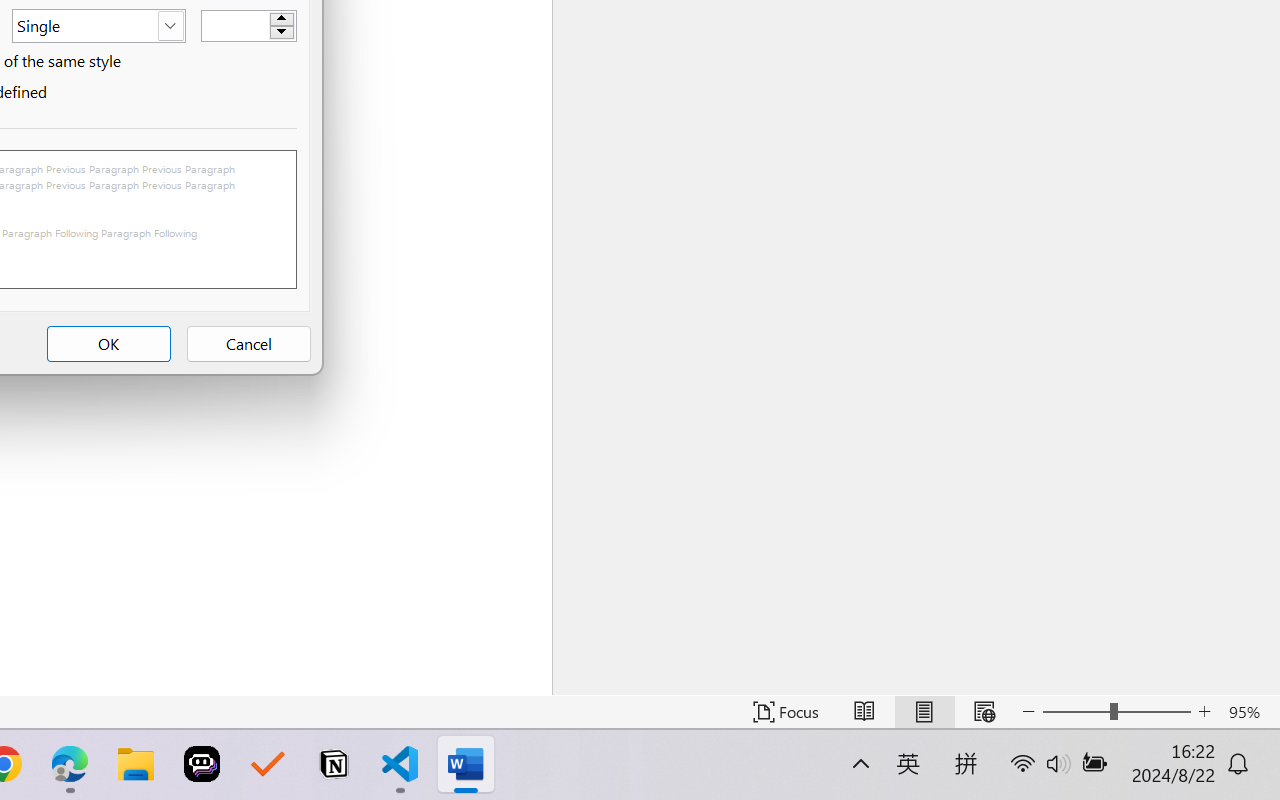  I want to click on 'Zoom 95%', so click(1248, 711).